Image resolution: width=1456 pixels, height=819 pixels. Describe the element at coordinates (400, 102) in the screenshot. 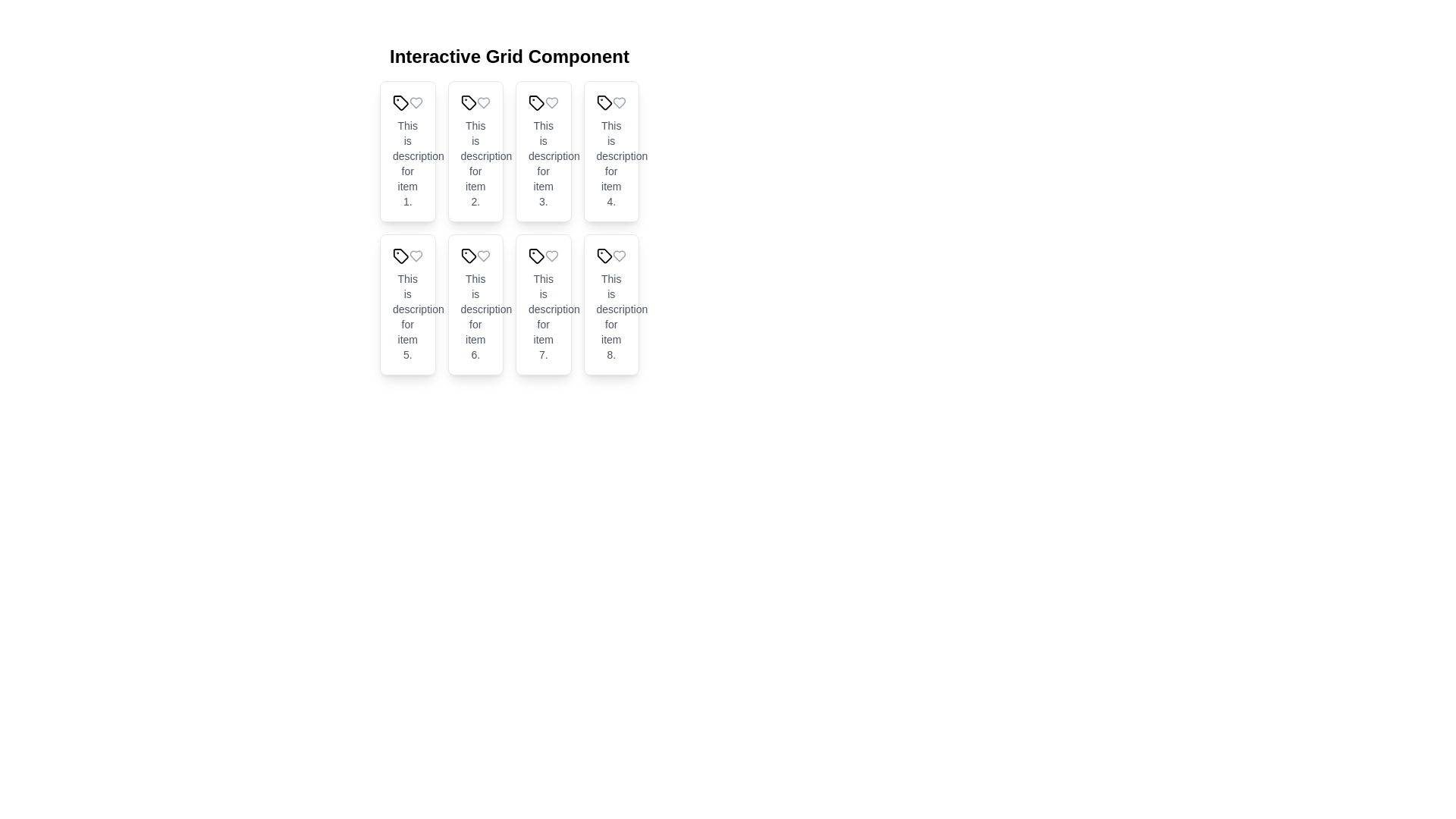

I see `the tag icon located at the top-left corner of the interface, which represents a label or category for the item` at that location.